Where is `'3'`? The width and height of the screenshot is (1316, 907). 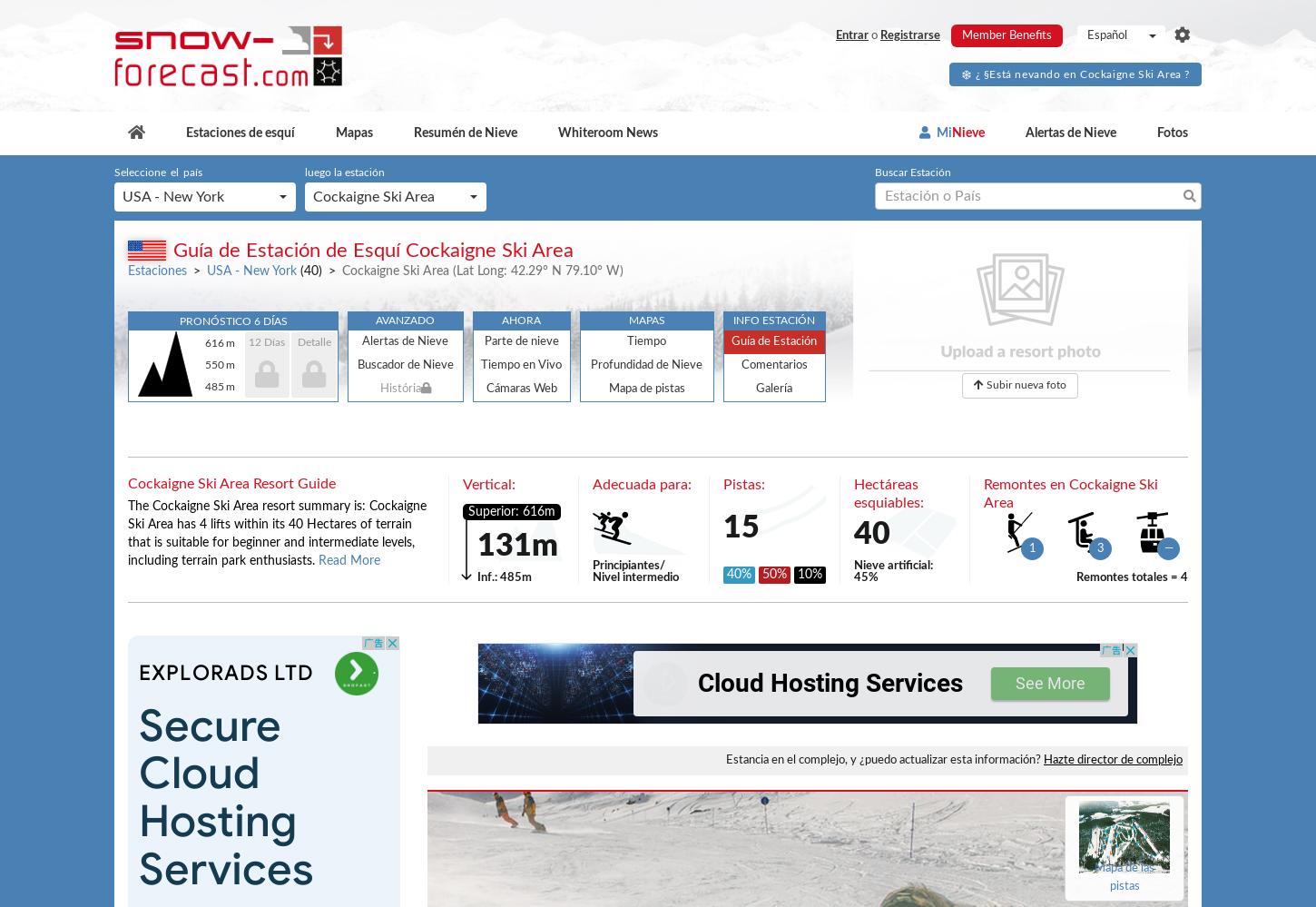
'3' is located at coordinates (1100, 548).